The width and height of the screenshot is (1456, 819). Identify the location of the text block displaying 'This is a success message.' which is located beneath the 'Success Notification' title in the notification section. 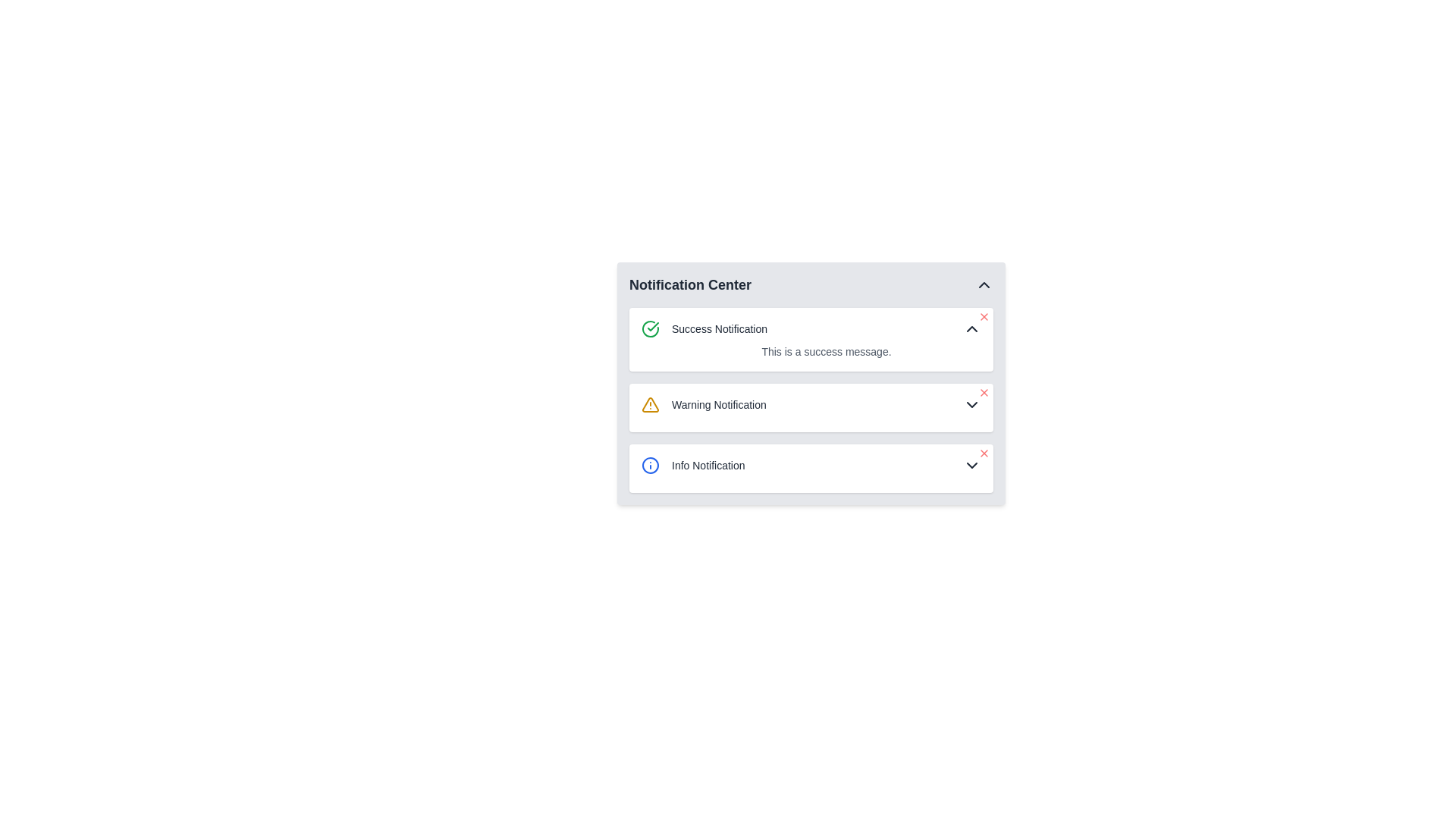
(825, 351).